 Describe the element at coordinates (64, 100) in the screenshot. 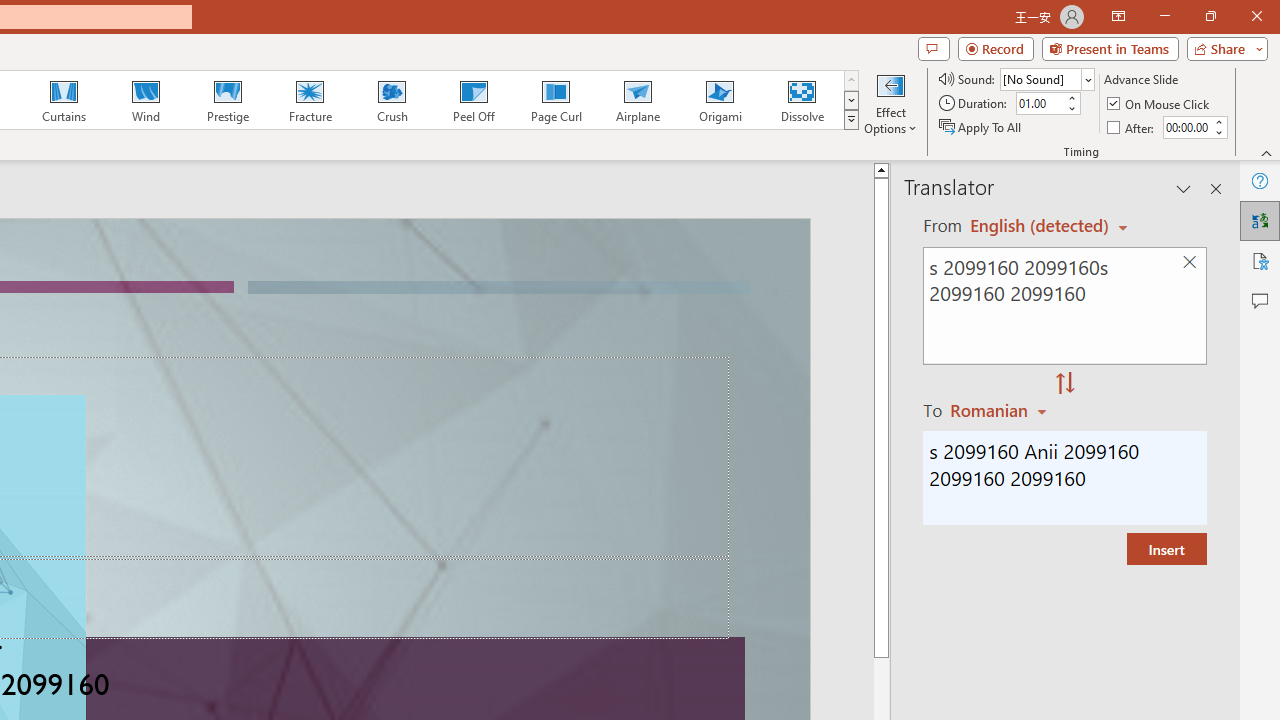

I see `'Curtains'` at that location.